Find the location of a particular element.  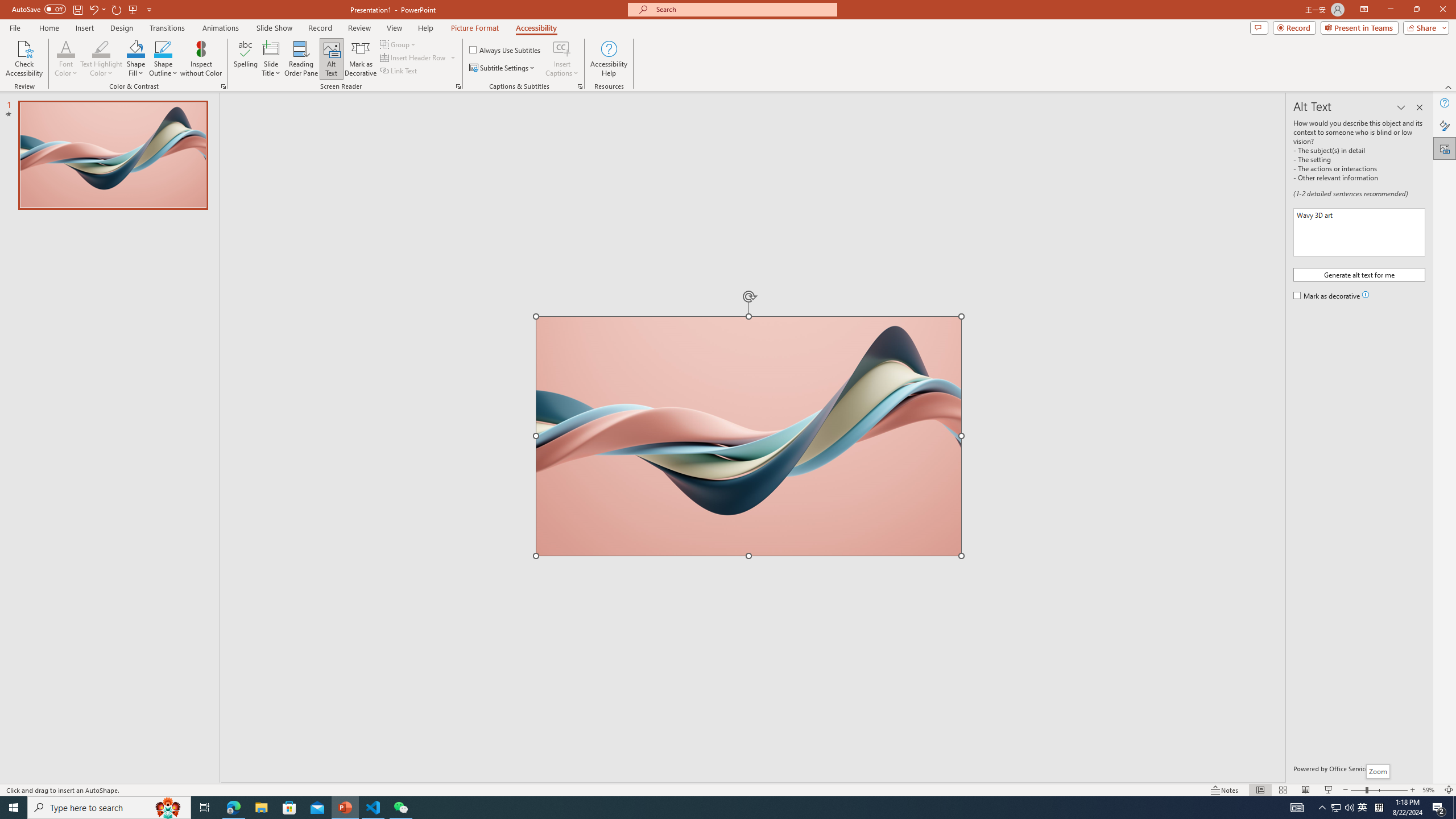

'Reading Order Pane' is located at coordinates (301, 59).